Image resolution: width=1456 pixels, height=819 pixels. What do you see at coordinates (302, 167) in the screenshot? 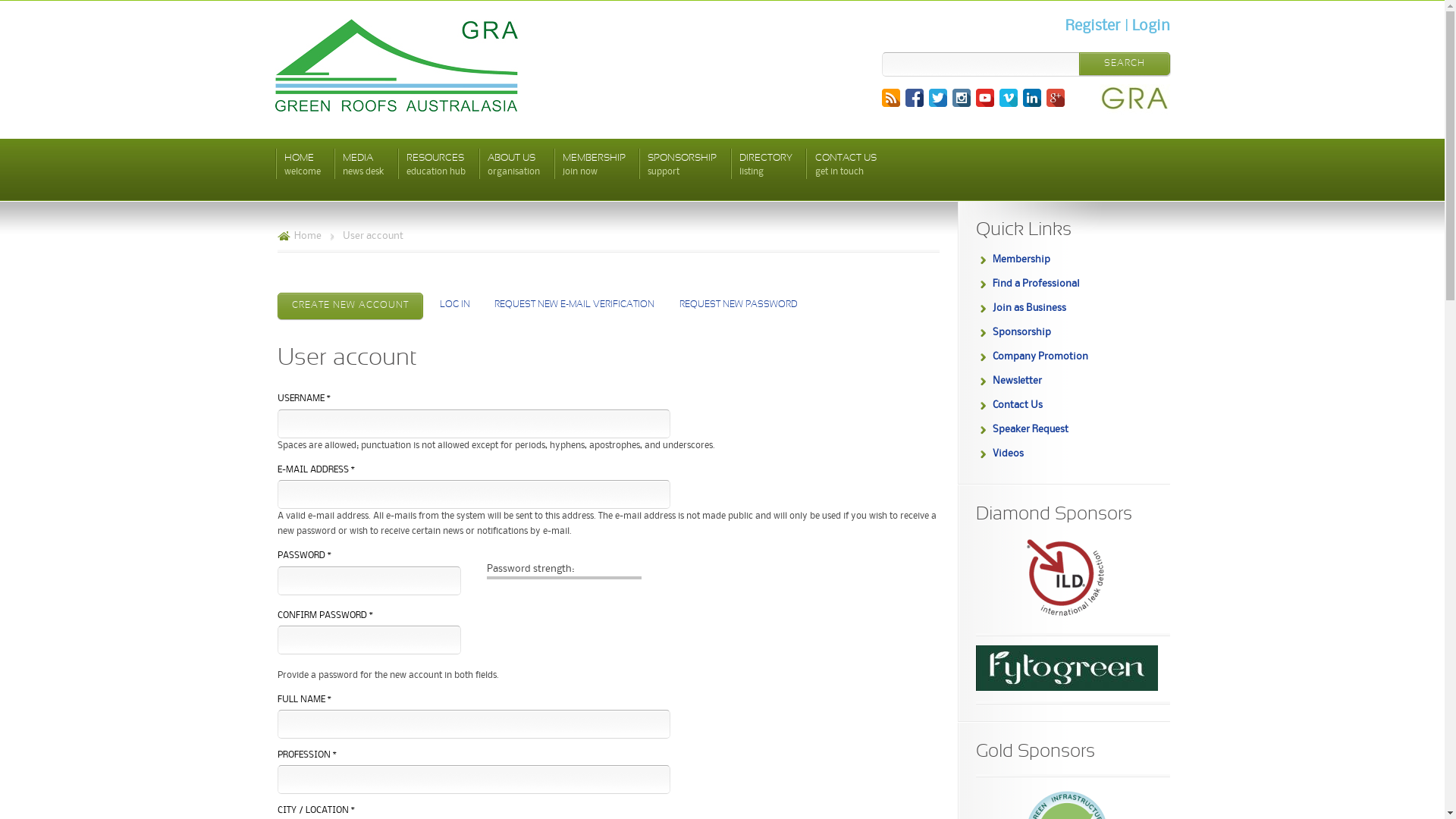
I see `'HOME` at bounding box center [302, 167].